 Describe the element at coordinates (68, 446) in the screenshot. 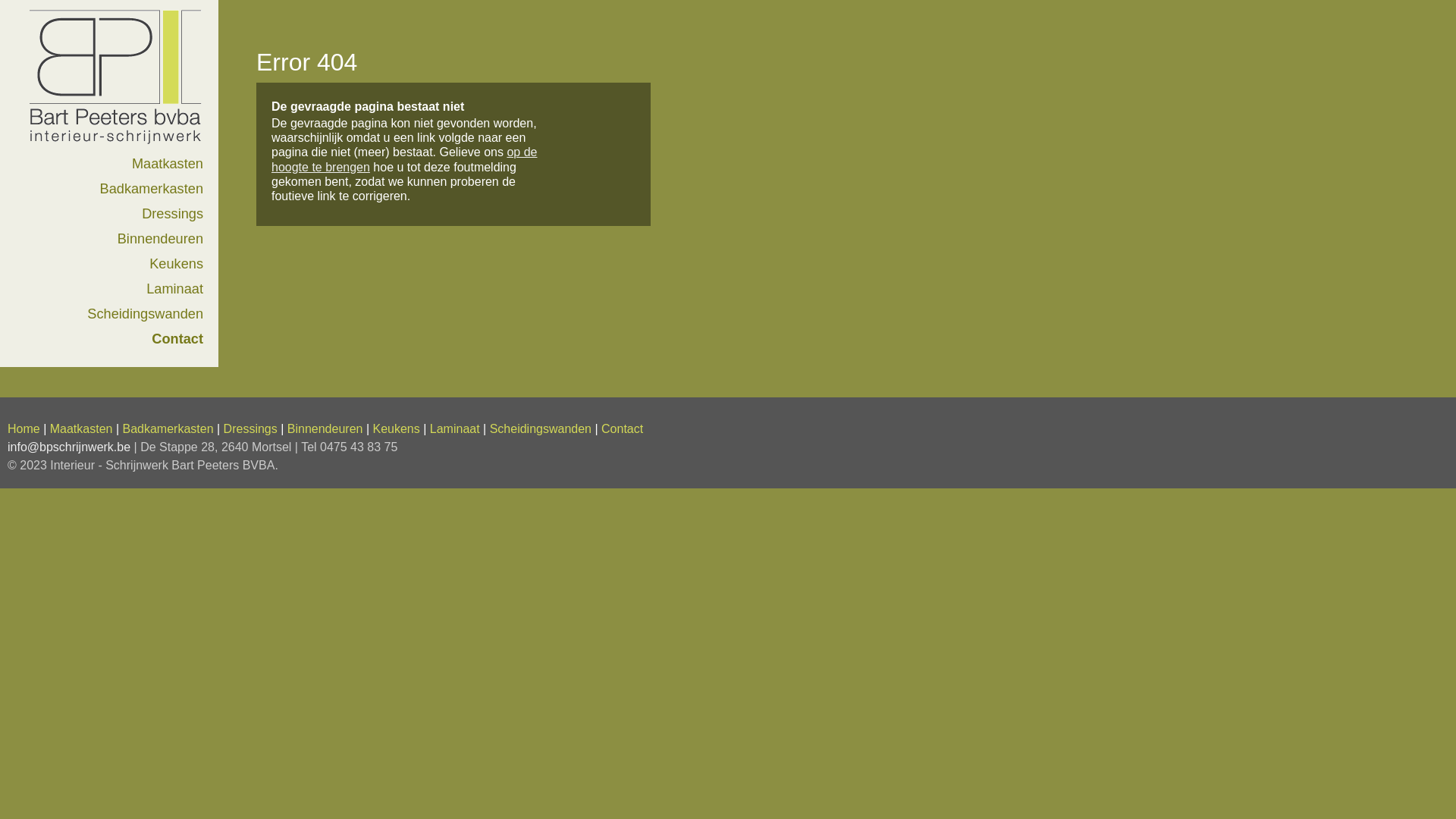

I see `'info@bpschrijnwerk.be'` at that location.